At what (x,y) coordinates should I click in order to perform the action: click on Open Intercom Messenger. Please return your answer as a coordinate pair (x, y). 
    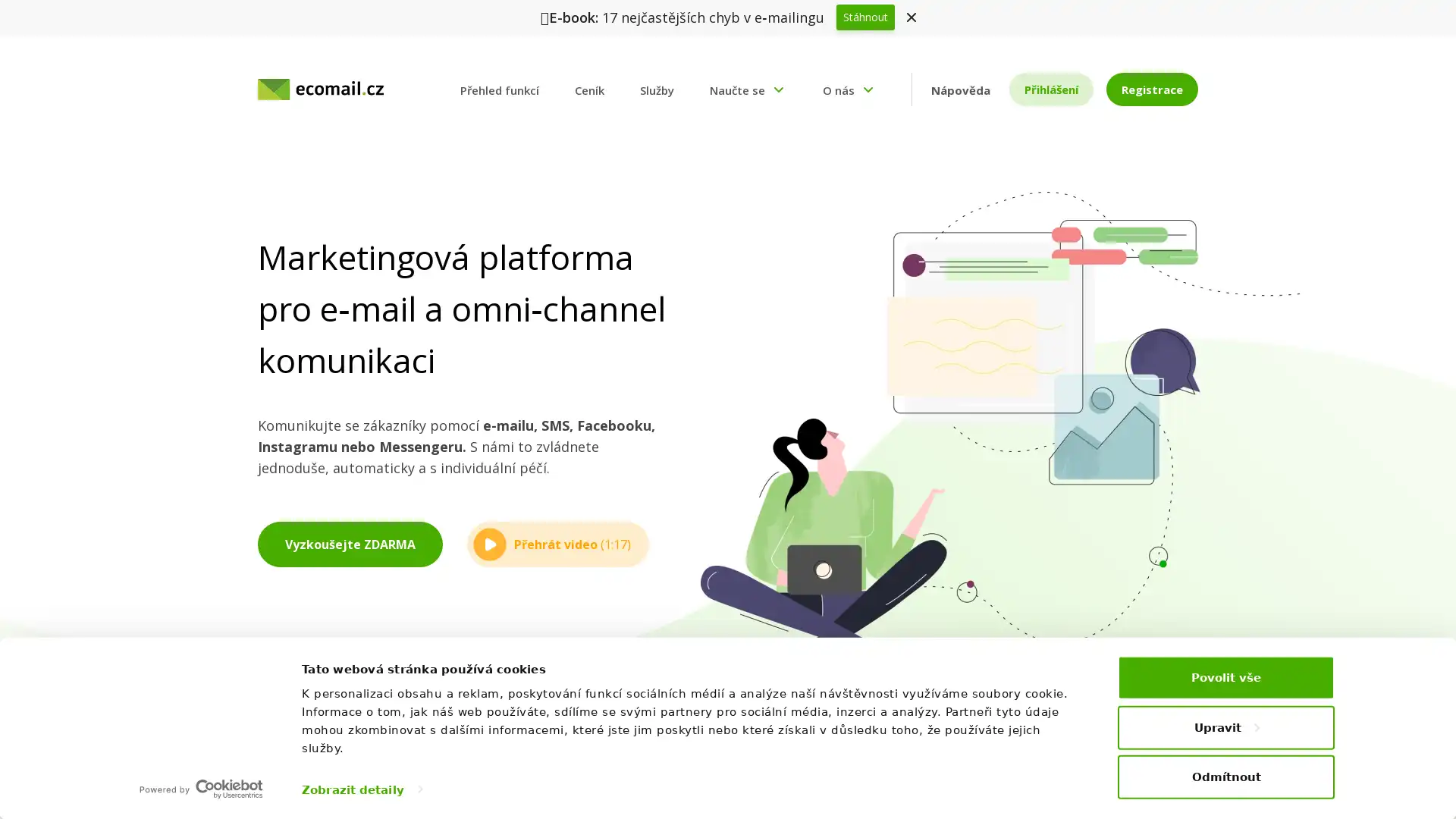
    Looking at the image, I should click on (1417, 780).